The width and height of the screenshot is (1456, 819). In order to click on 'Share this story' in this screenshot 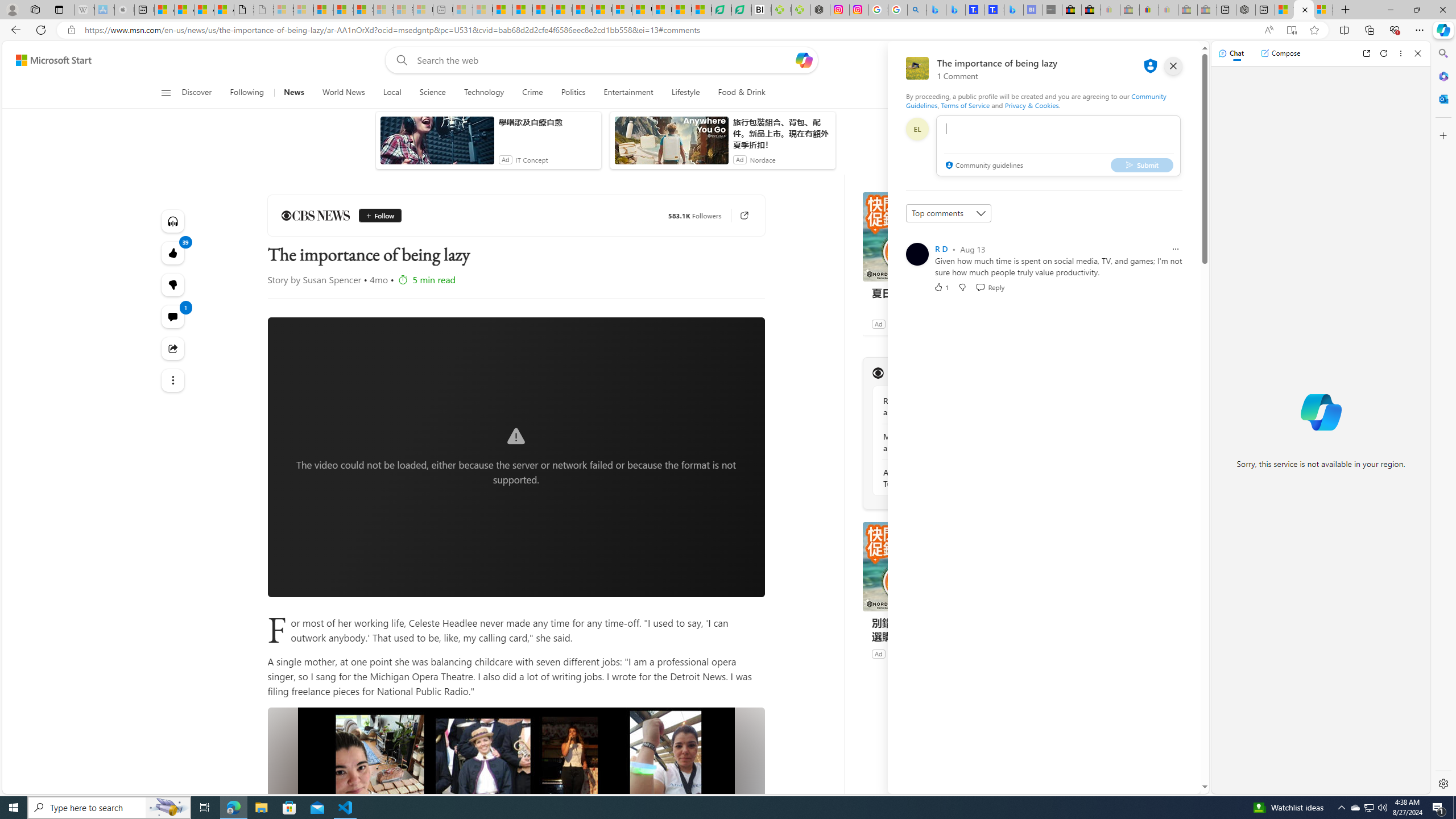, I will do `click(172, 348)`.